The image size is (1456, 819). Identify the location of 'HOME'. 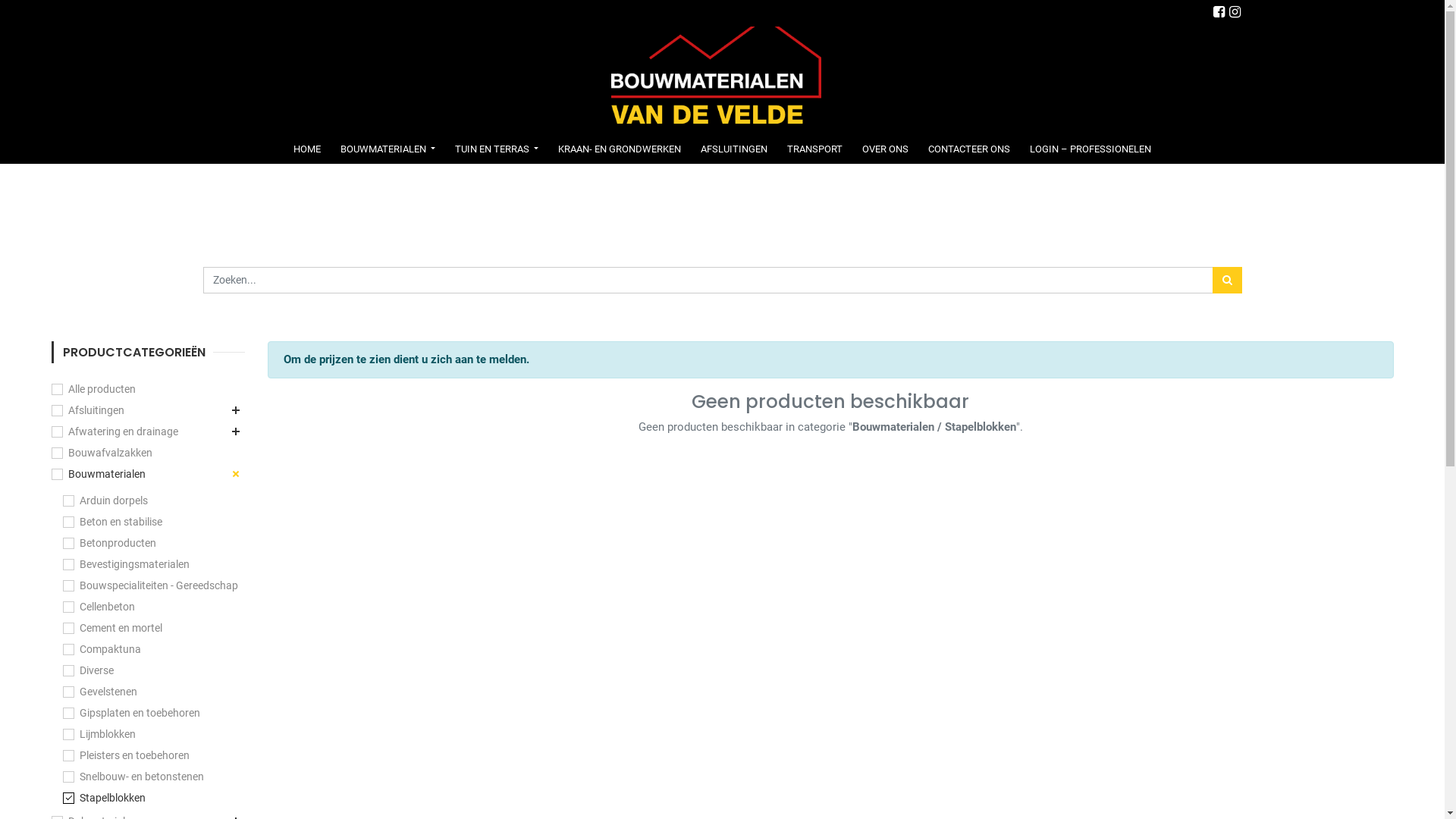
(306, 149).